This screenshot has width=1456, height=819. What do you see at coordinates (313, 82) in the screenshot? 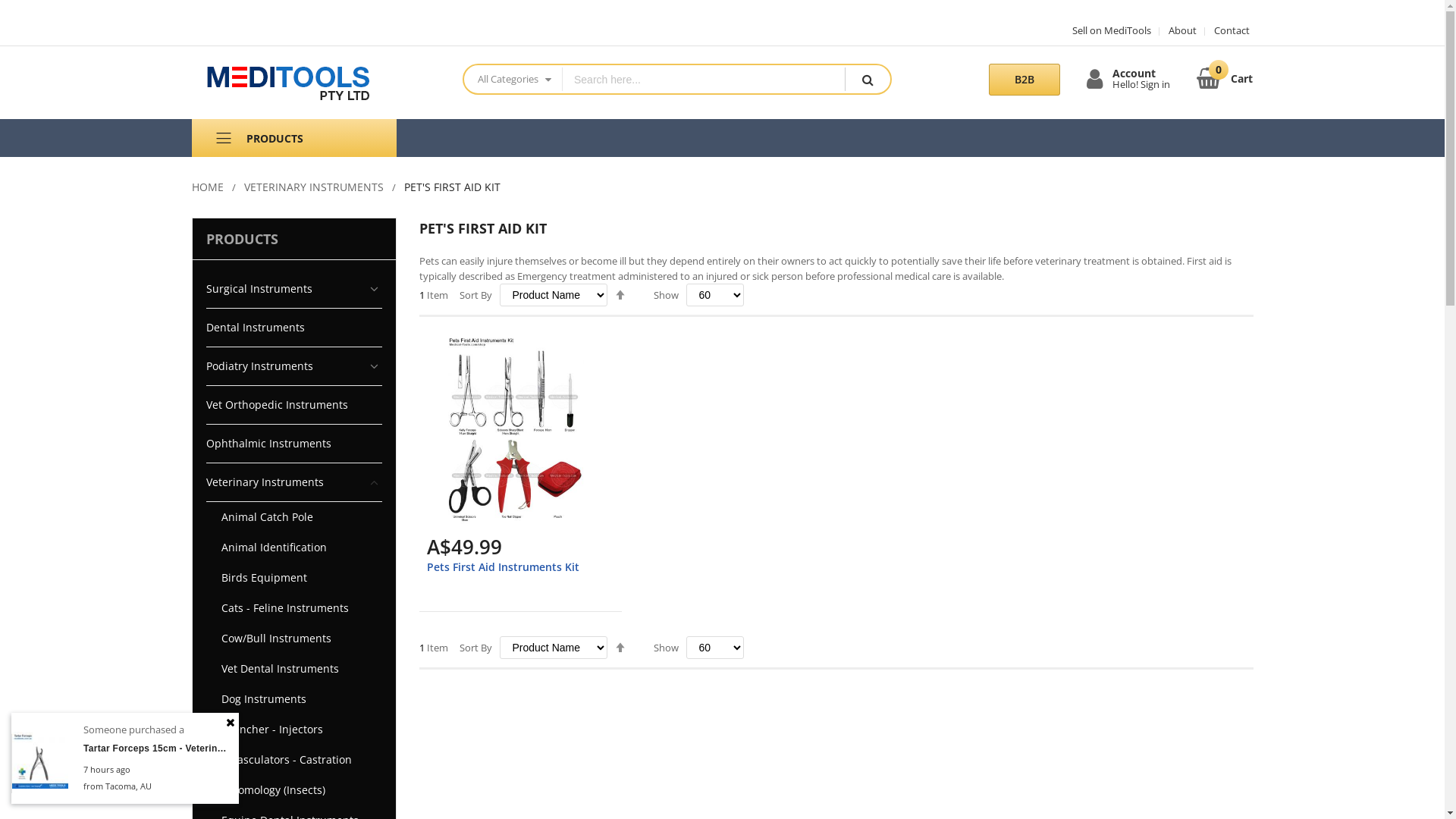
I see `'MediTools Website'` at bounding box center [313, 82].